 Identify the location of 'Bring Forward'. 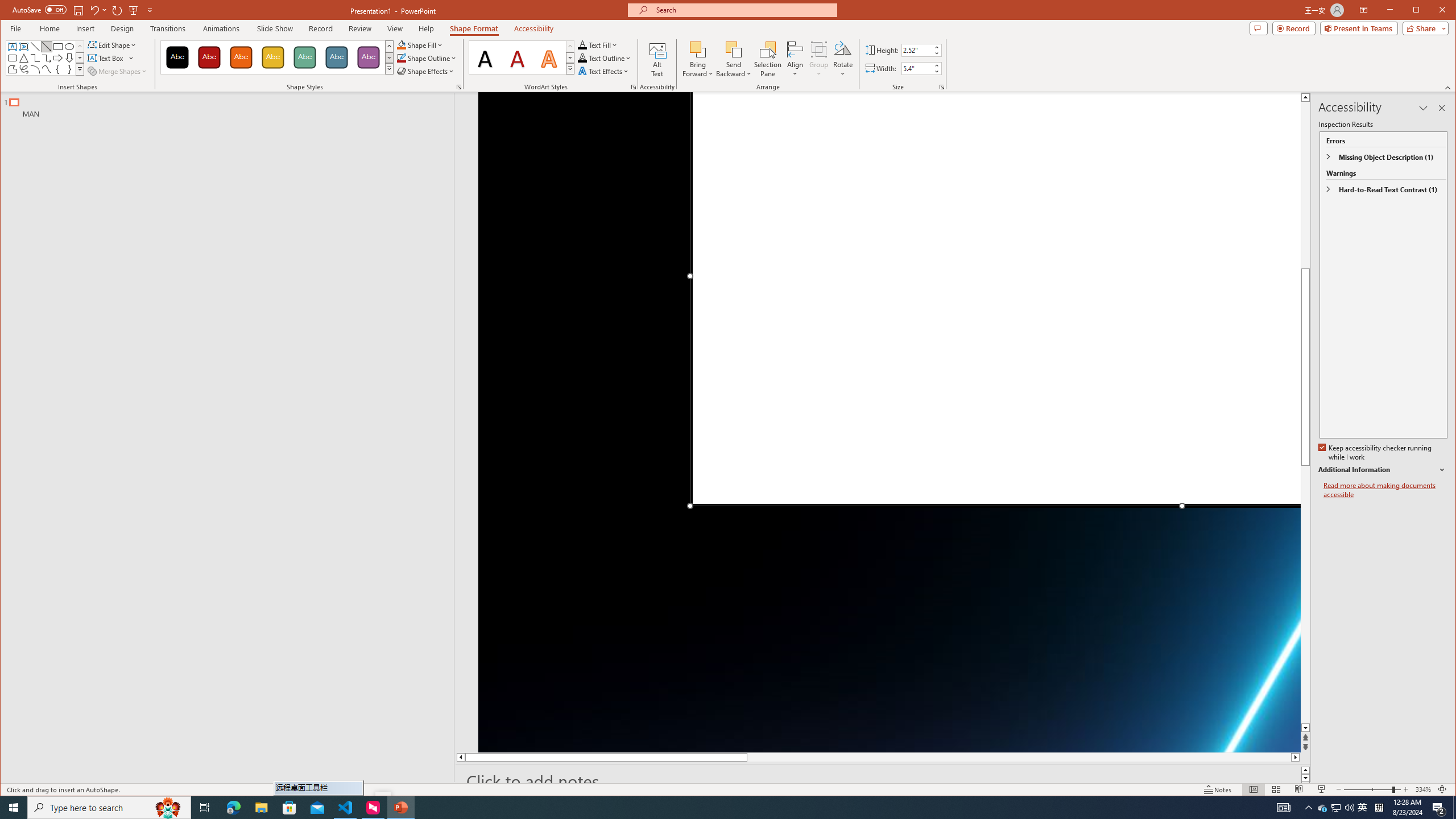
(698, 59).